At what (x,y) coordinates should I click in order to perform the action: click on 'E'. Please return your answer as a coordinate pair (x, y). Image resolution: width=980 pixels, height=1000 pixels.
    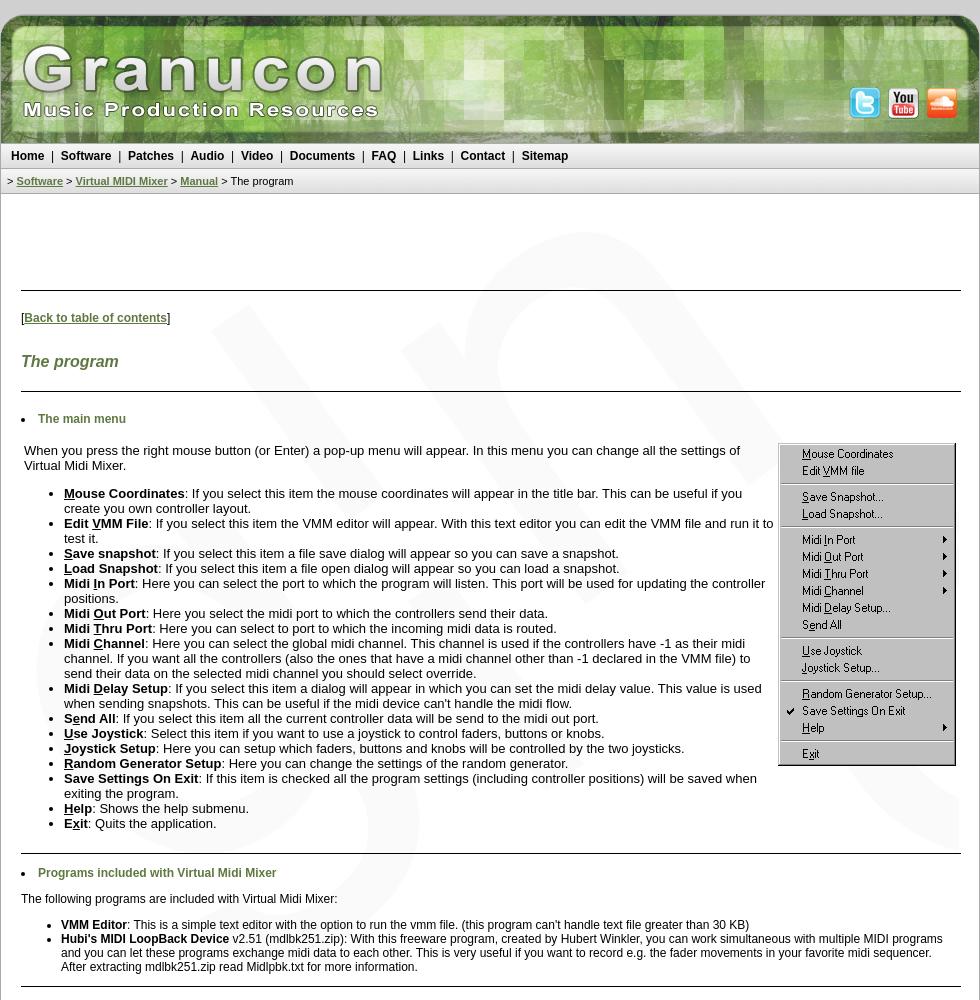
    Looking at the image, I should click on (68, 822).